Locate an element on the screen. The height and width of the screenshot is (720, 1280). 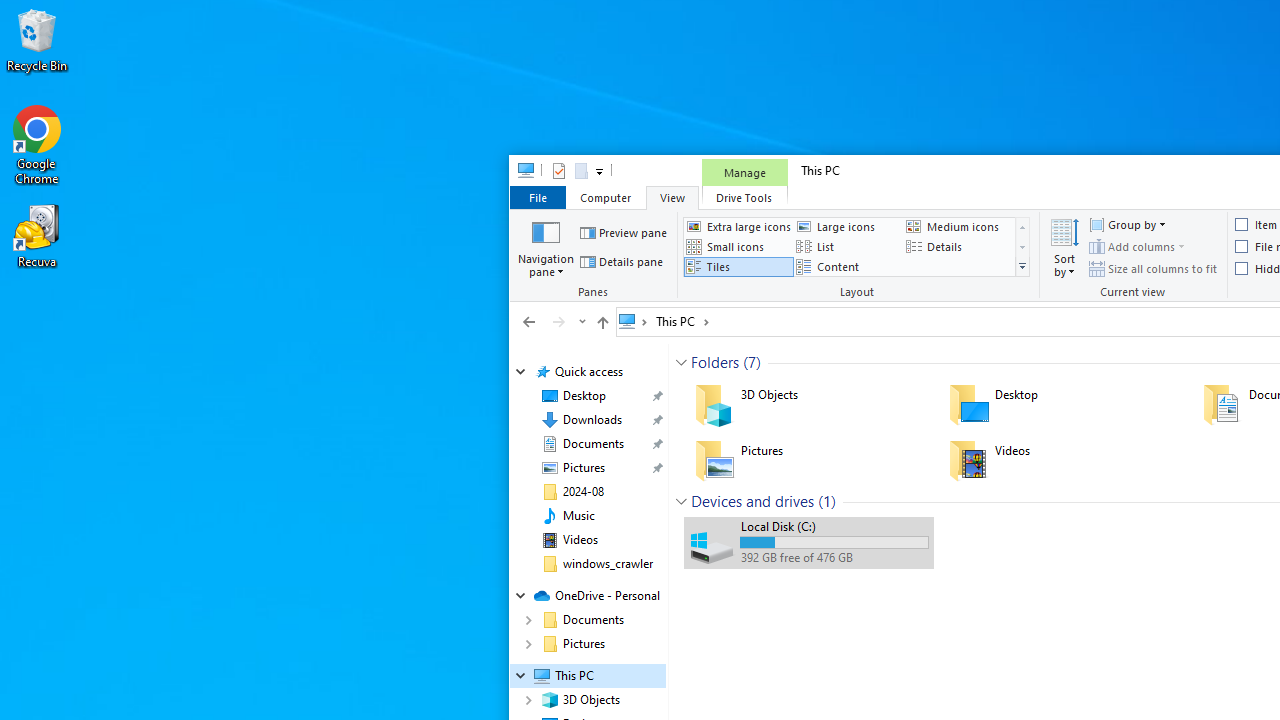
'Properties' is located at coordinates (558, 168).